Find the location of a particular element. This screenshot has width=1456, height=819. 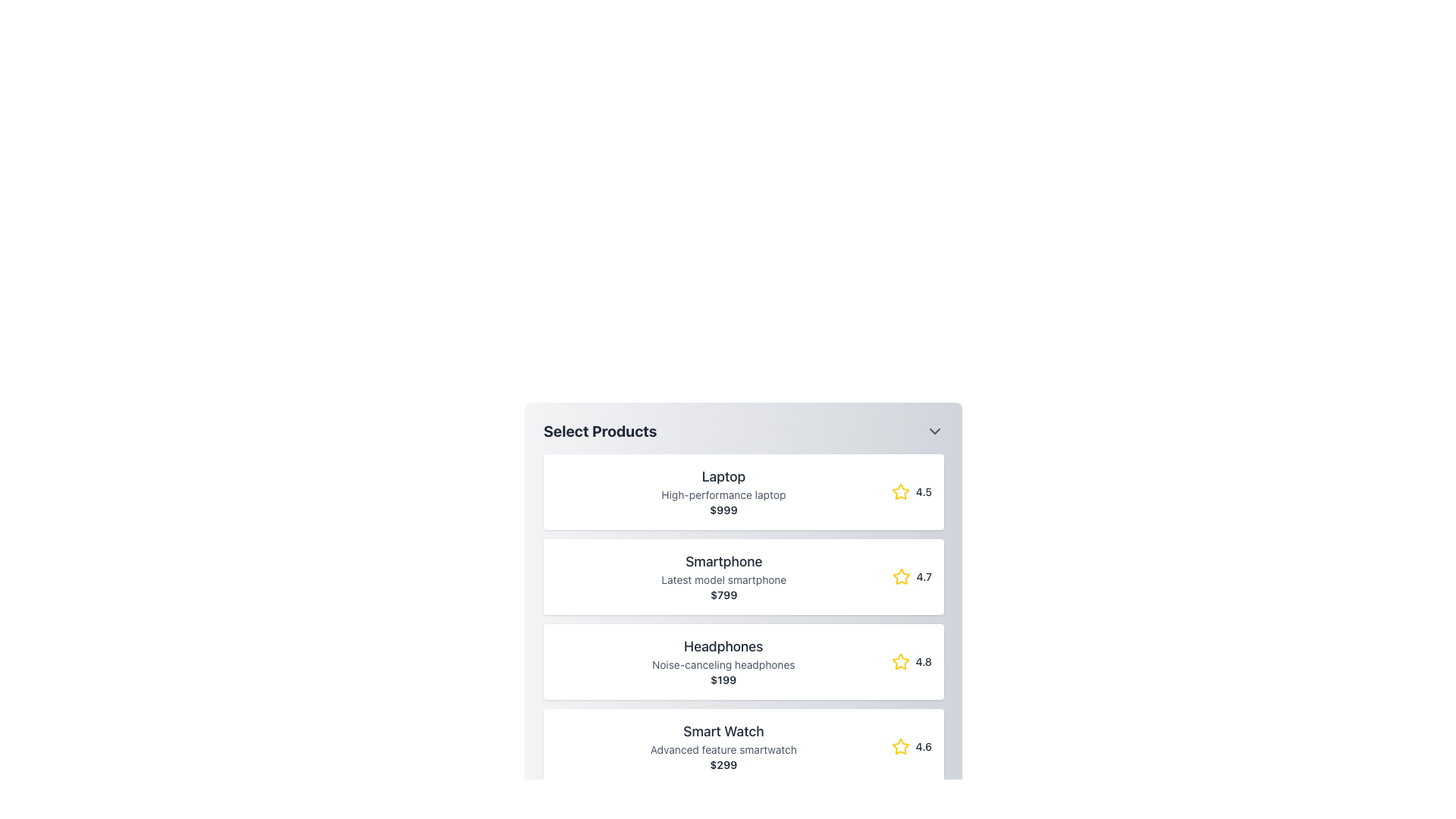

text displaying '4.7' located next to the yellow star icon in the Smartphone product row is located at coordinates (923, 576).